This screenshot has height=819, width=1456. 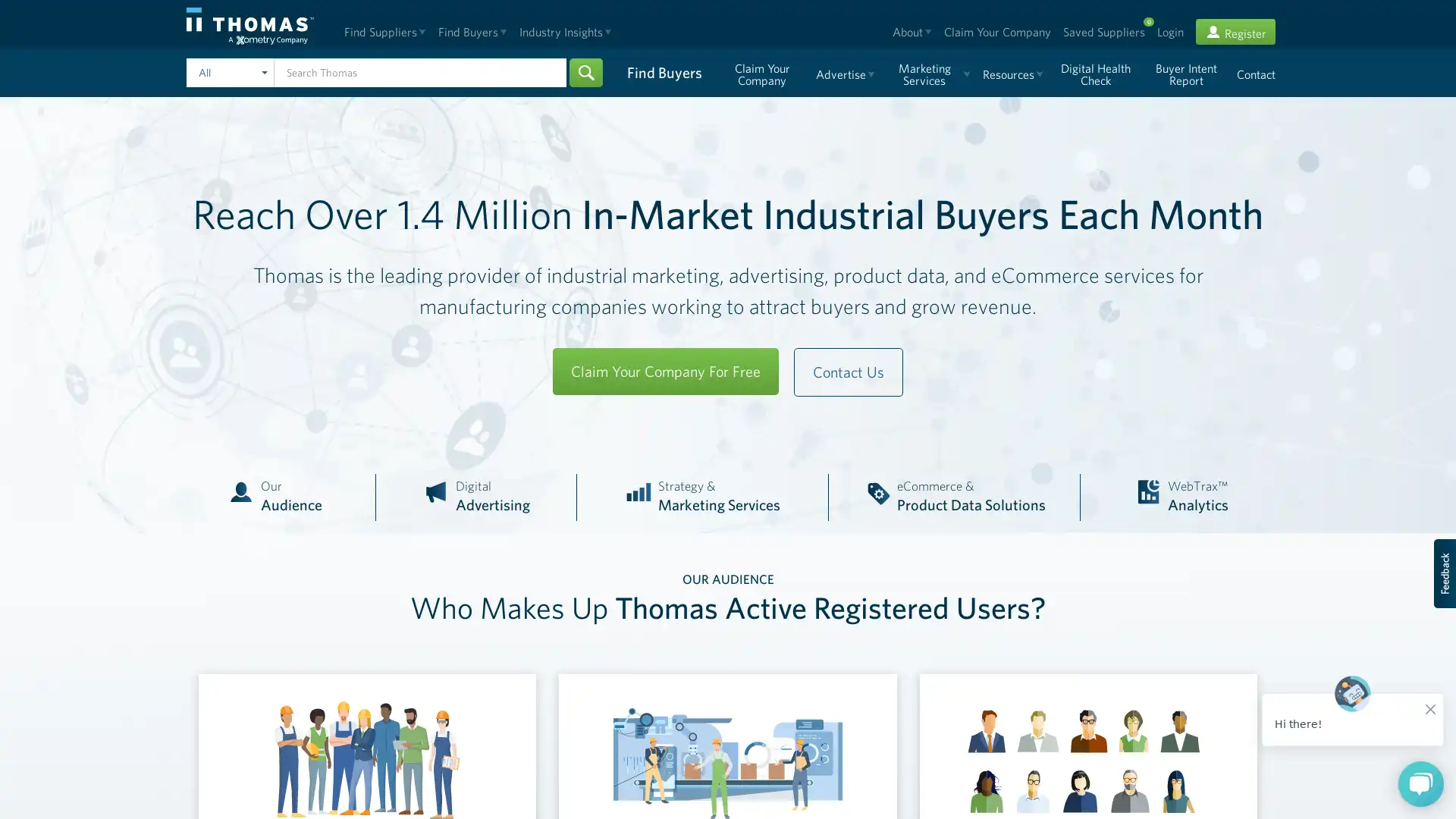 What do you see at coordinates (585, 72) in the screenshot?
I see `search` at bounding box center [585, 72].